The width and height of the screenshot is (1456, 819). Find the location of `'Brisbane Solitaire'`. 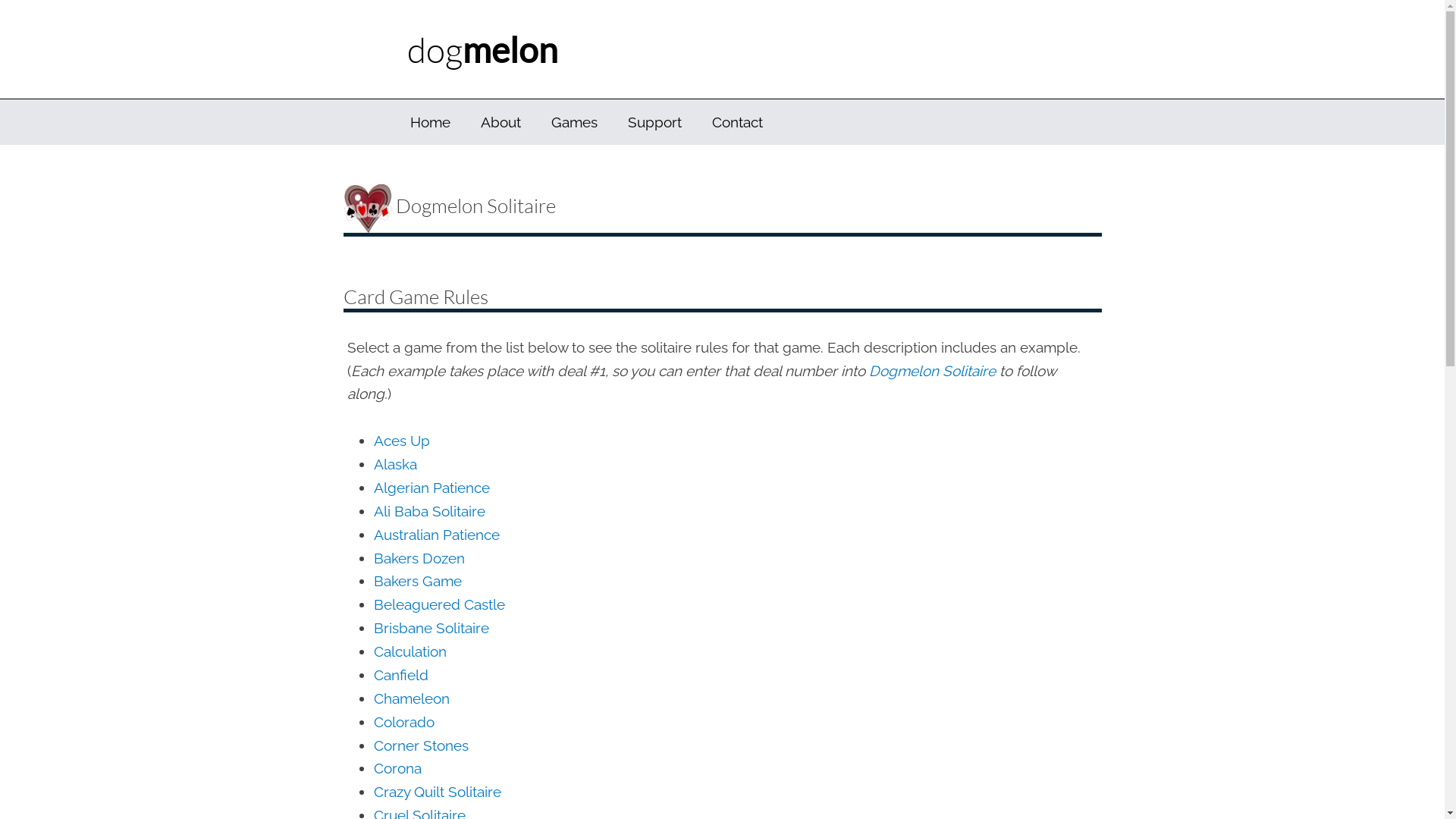

'Brisbane Solitaire' is located at coordinates (429, 628).